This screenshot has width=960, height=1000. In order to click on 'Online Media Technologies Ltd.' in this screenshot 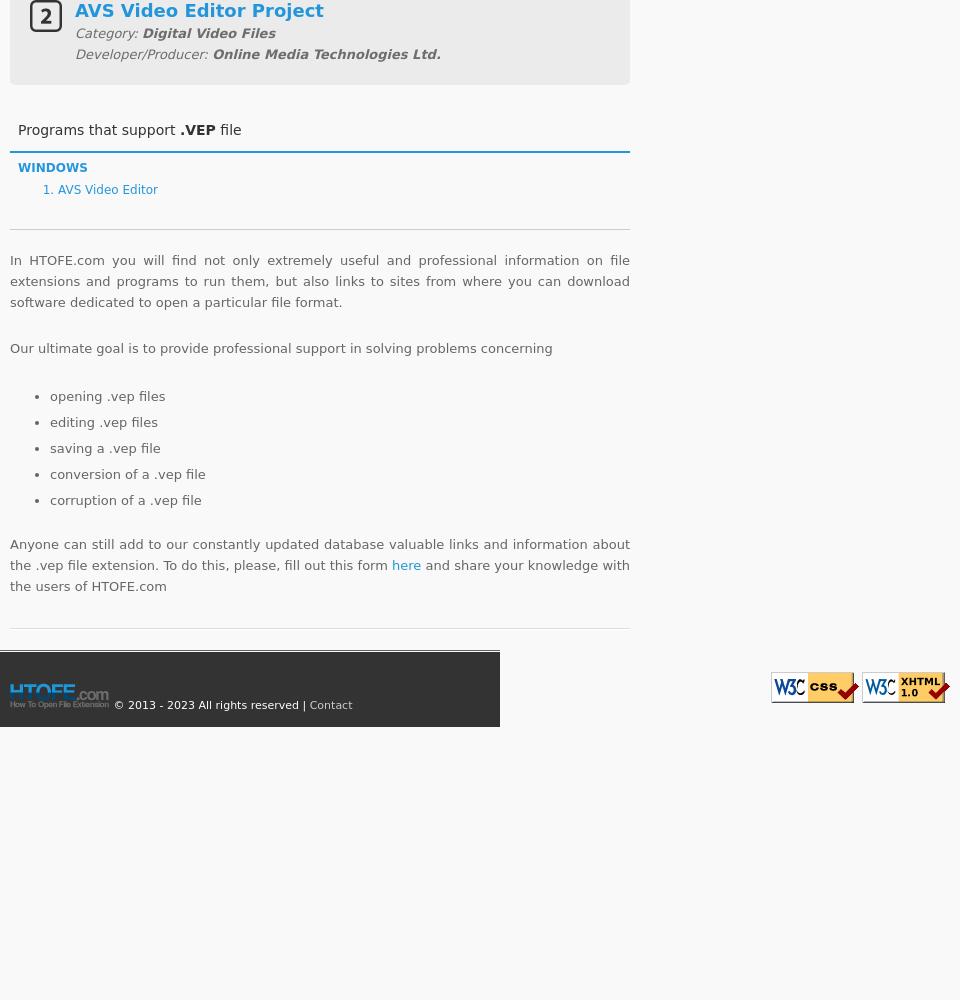, I will do `click(326, 53)`.